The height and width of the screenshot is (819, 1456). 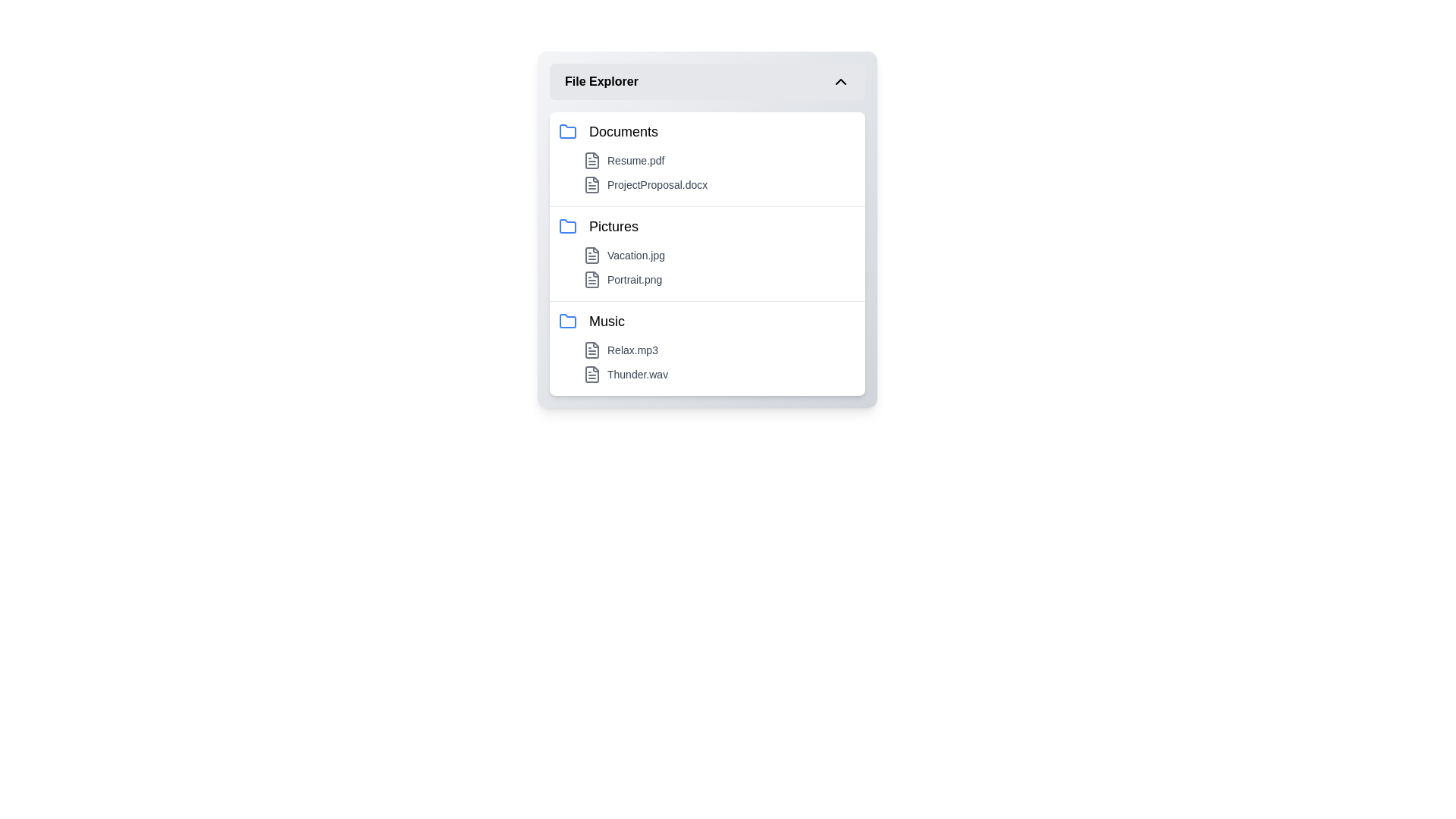 What do you see at coordinates (719, 184) in the screenshot?
I see `the file named ProjectProposal.docx to open it` at bounding box center [719, 184].